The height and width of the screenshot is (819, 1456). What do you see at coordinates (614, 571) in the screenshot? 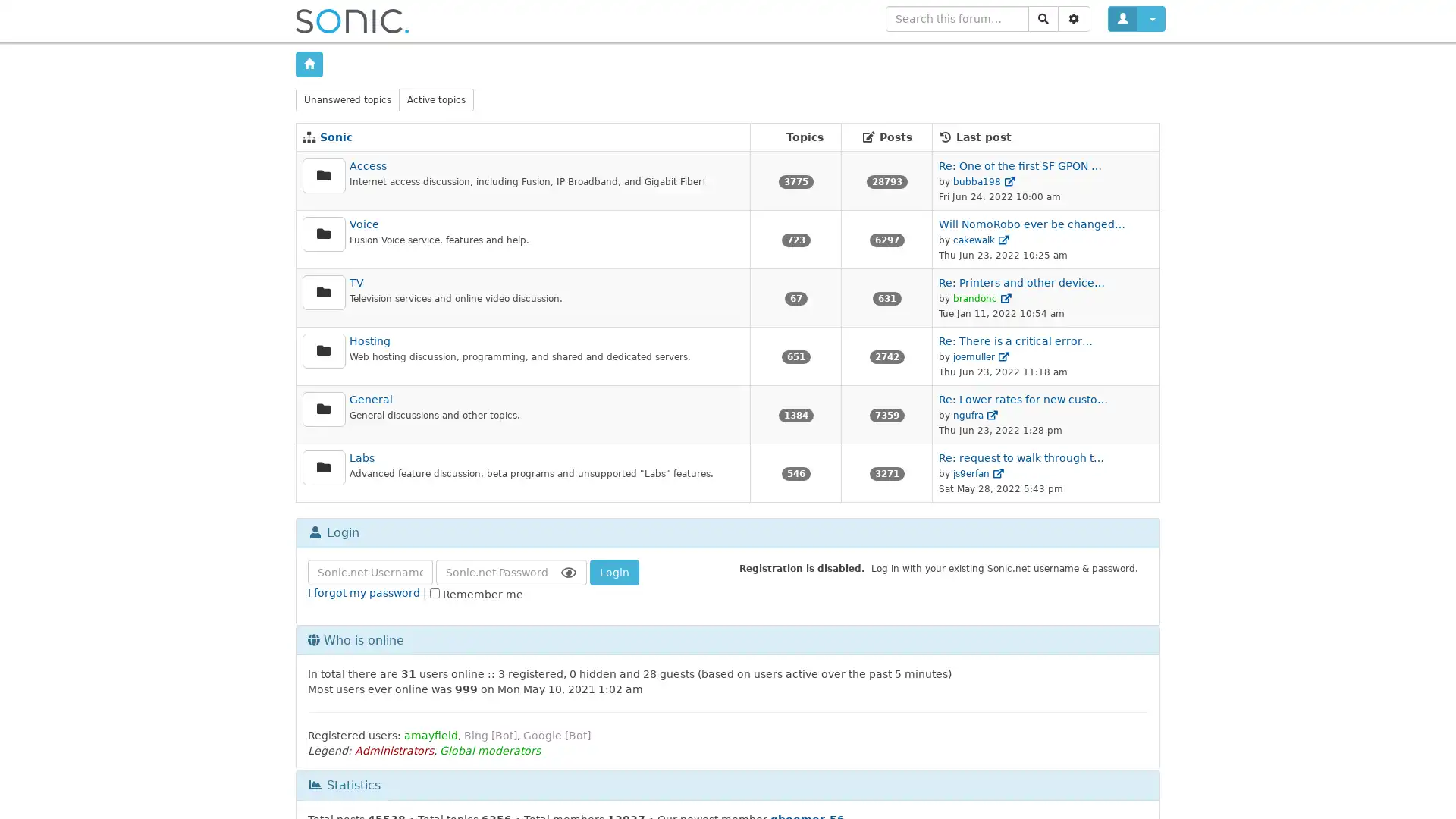
I see `Login` at bounding box center [614, 571].